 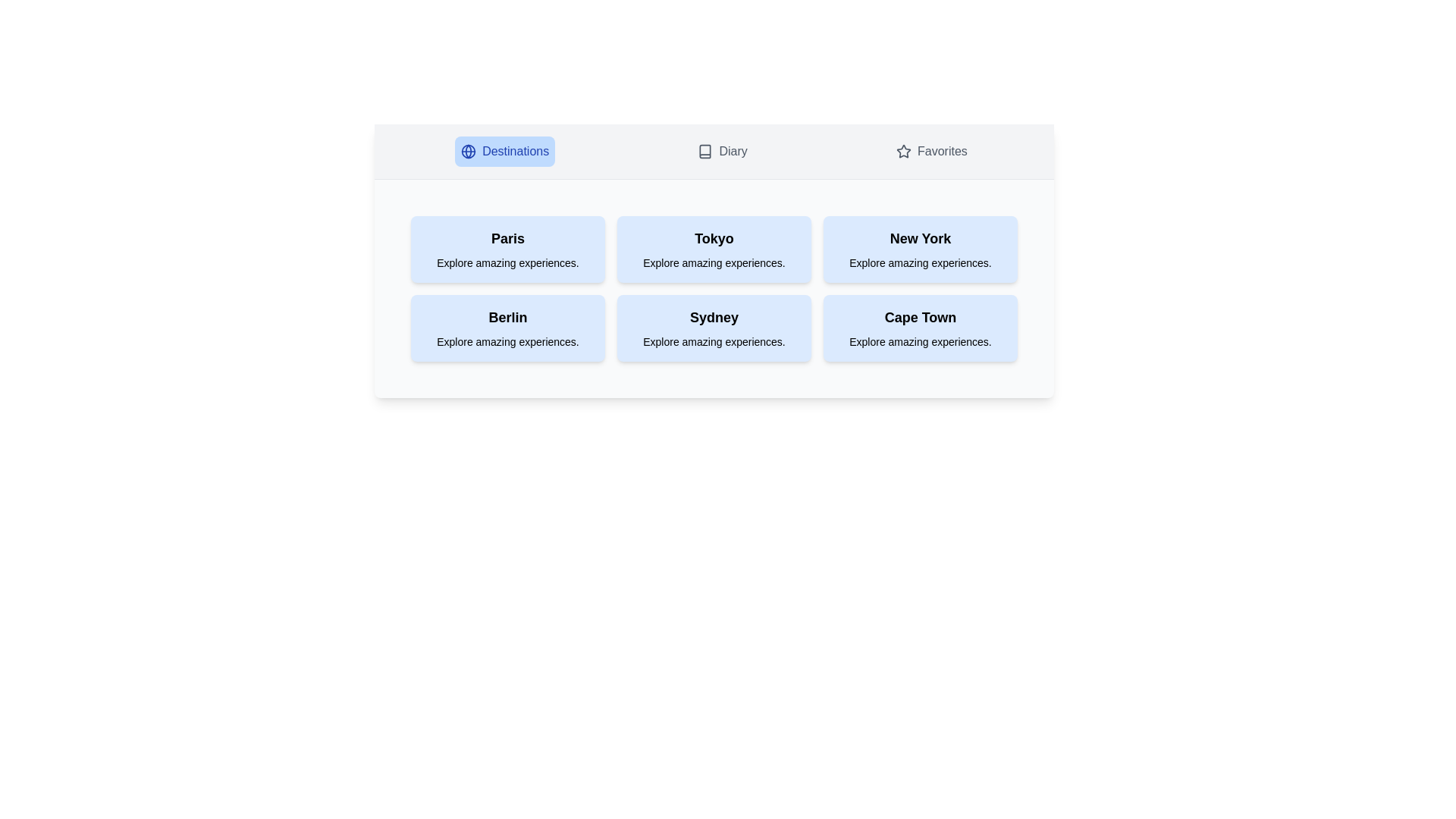 I want to click on the destination card labeled New York, so click(x=920, y=248).